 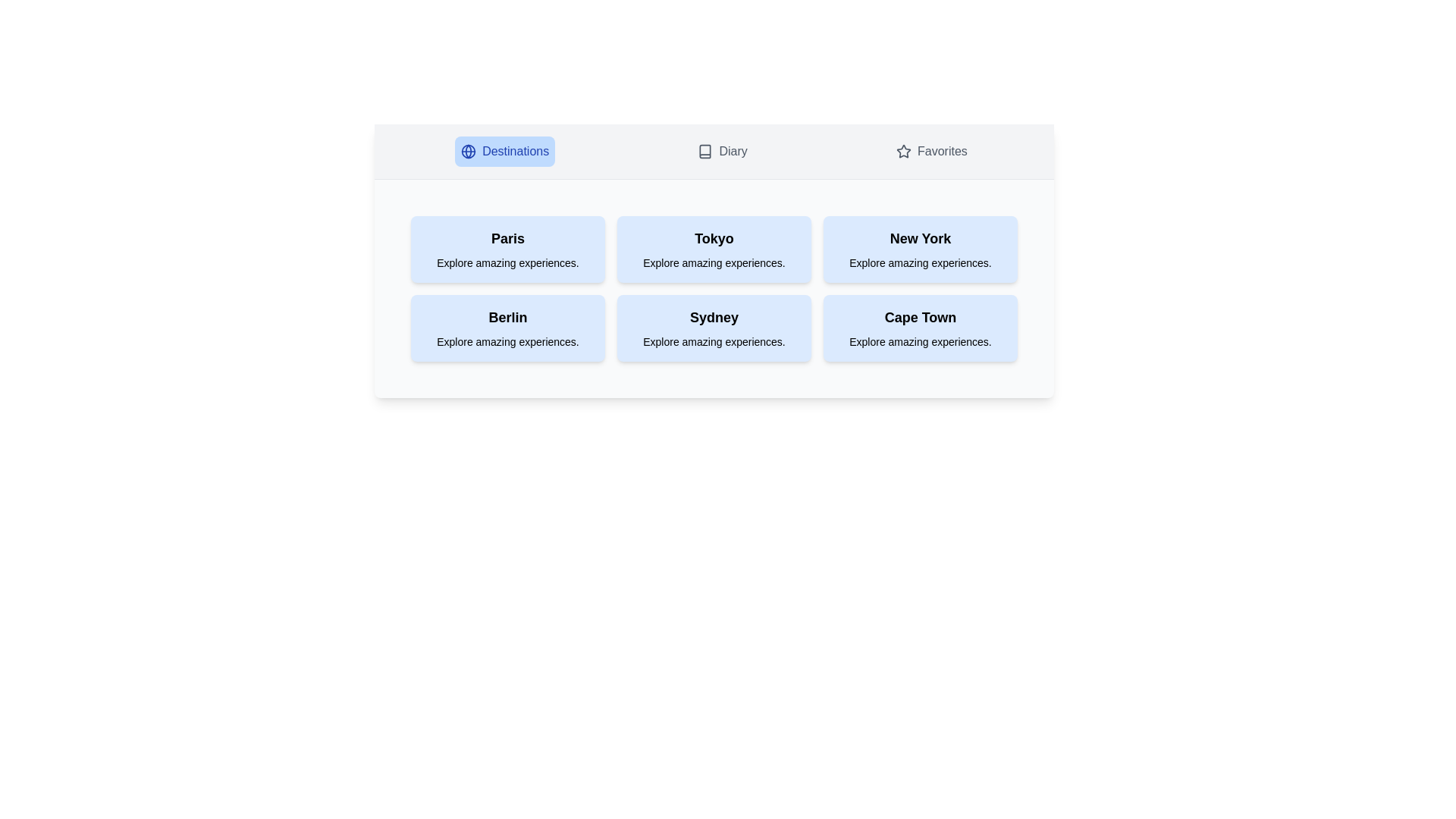 I want to click on the destination card labeled New York, so click(x=920, y=248).